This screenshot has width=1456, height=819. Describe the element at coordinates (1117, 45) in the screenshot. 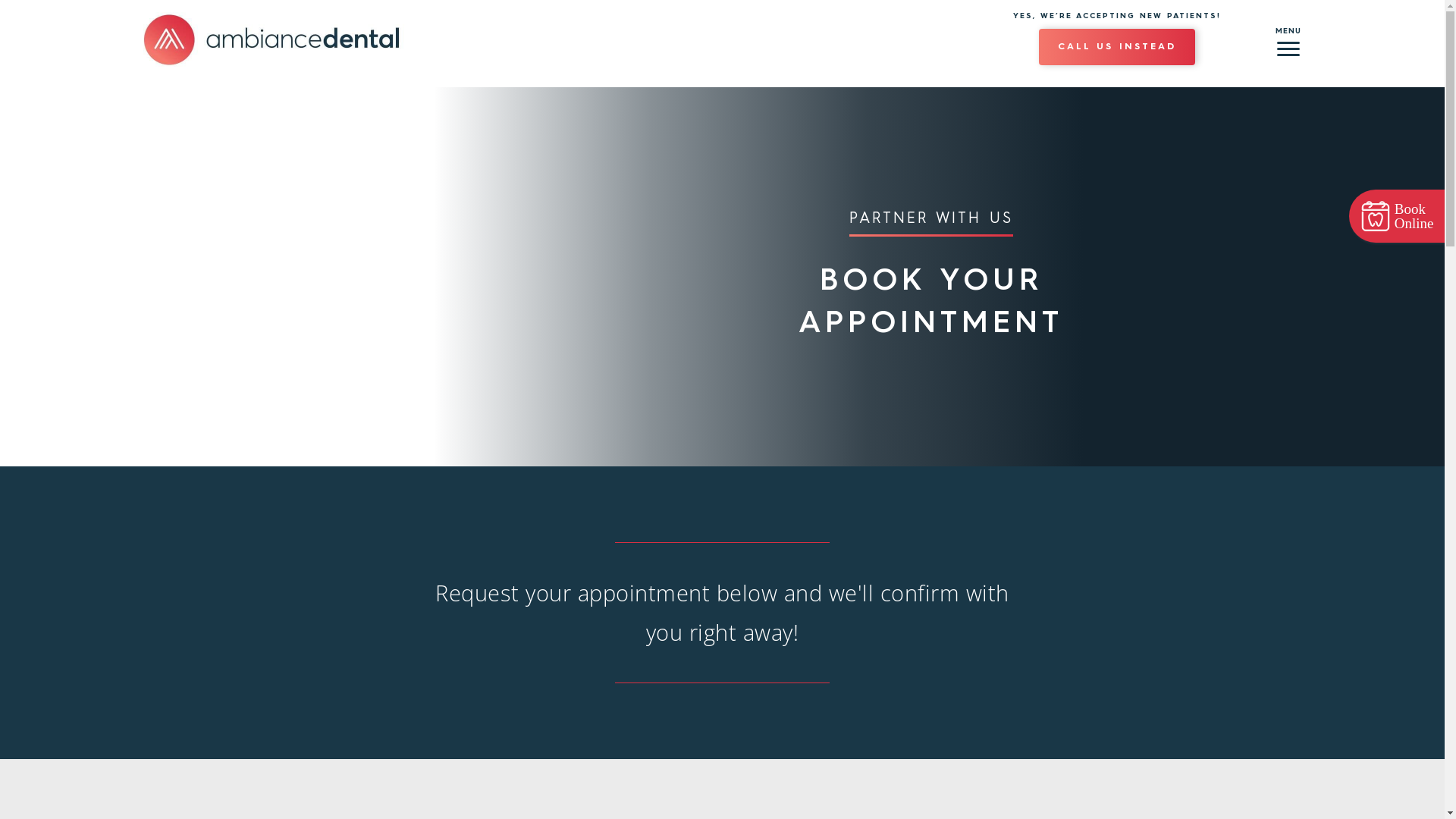

I see `'CALL US INSTEAD'` at that location.